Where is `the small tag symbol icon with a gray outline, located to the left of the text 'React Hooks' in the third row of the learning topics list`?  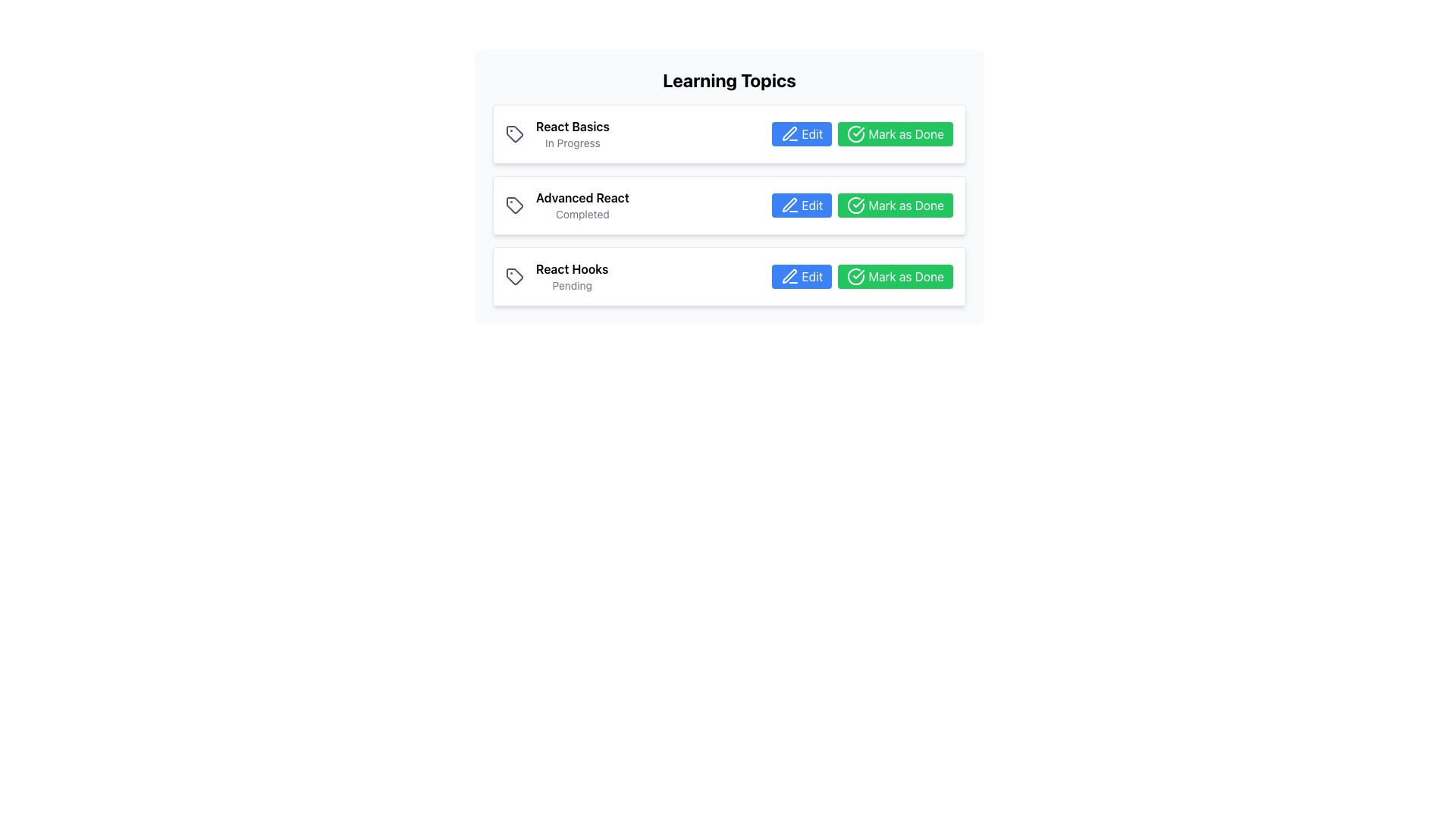 the small tag symbol icon with a gray outline, located to the left of the text 'React Hooks' in the third row of the learning topics list is located at coordinates (514, 277).